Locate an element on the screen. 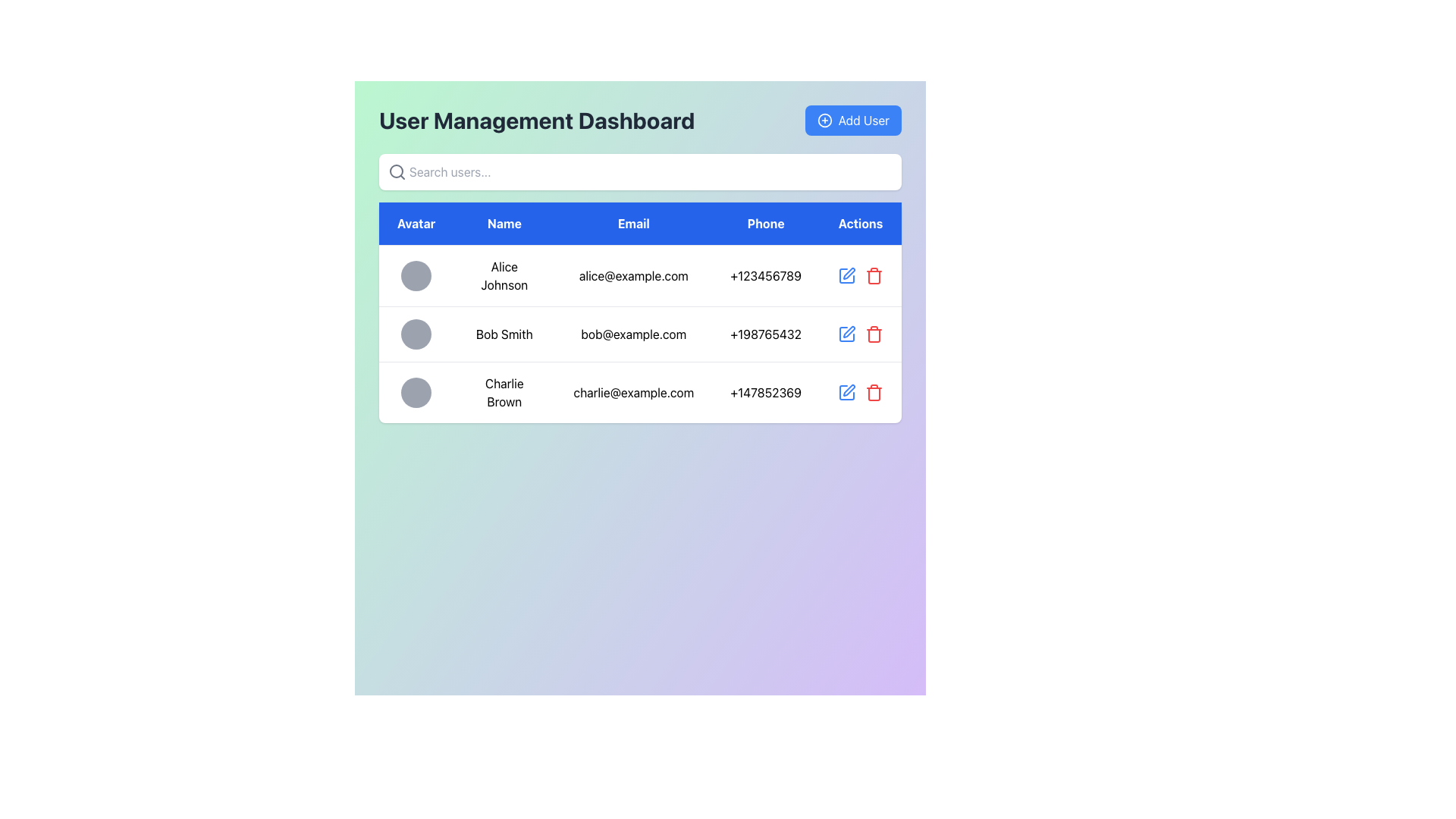 The height and width of the screenshot is (819, 1456). the upper-left part of the edit icon in the 'Actions' column of the third row in the user management table is located at coordinates (846, 391).